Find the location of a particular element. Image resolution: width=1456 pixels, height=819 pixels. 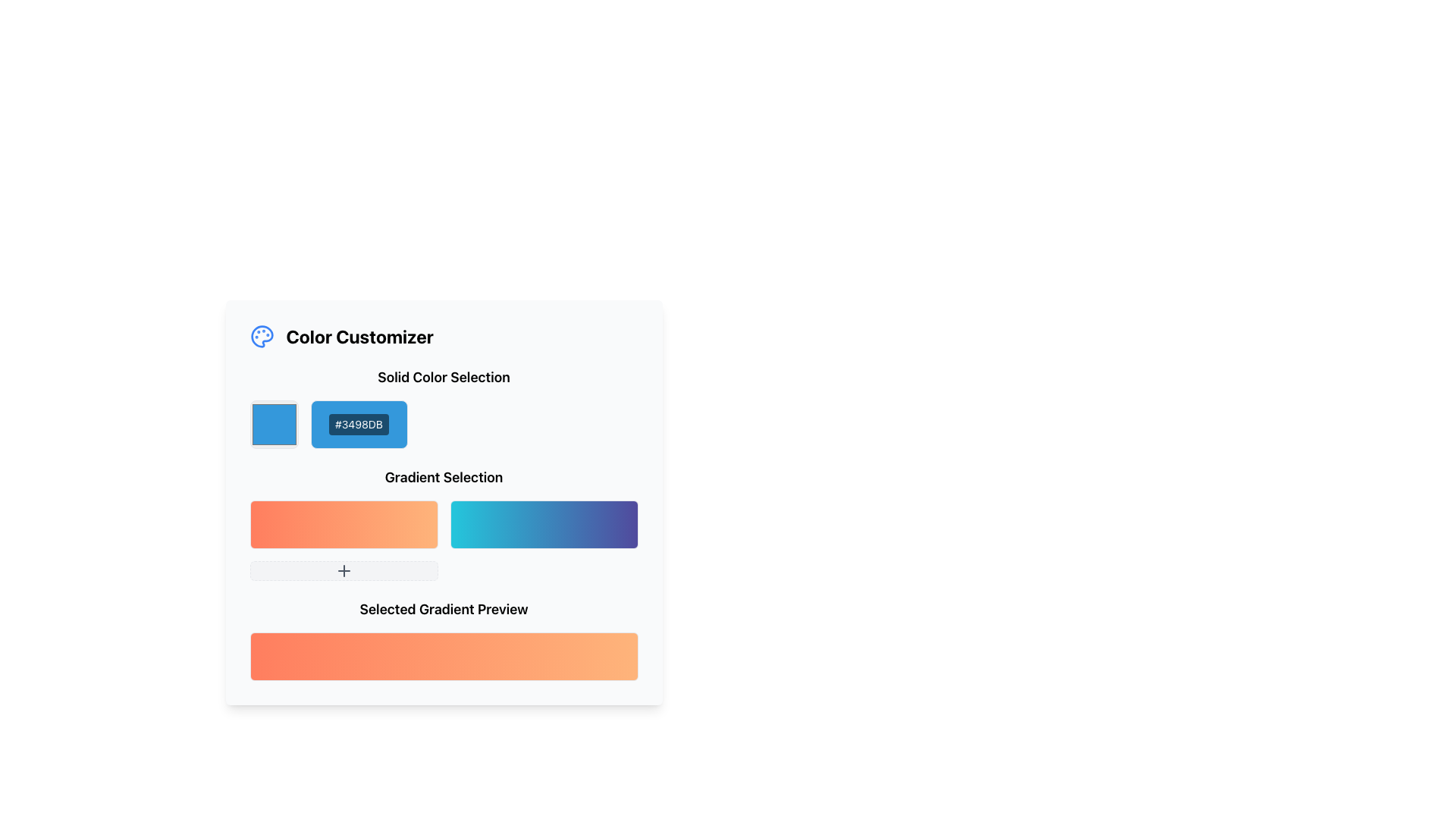

the text label displaying the hex color value '#3498DB', which has white text on a semi-transparent black background within the 'Solid Color Selection' section is located at coordinates (358, 424).